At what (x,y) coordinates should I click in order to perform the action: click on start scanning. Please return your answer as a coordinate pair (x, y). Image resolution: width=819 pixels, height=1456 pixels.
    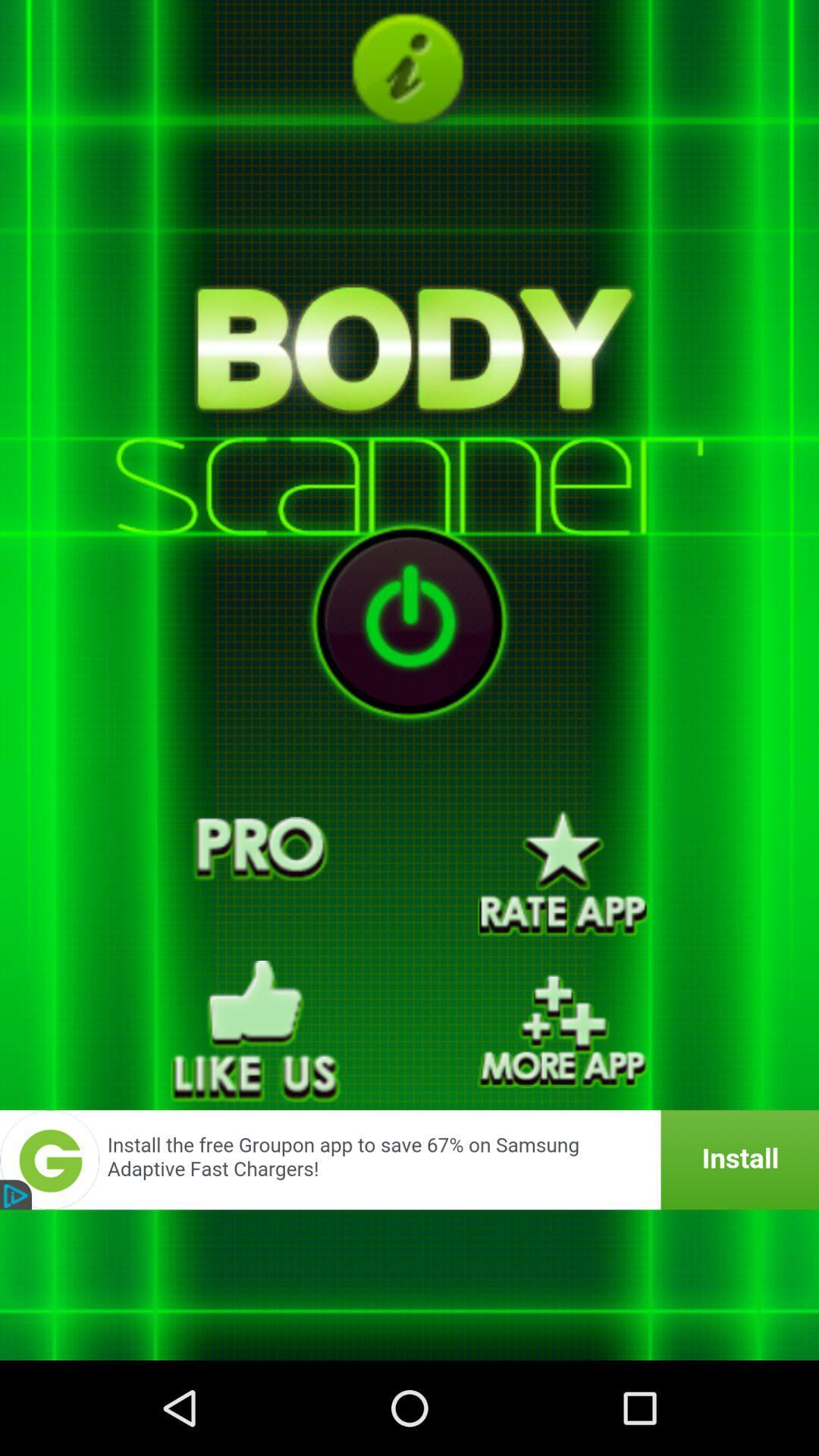
    Looking at the image, I should click on (409, 621).